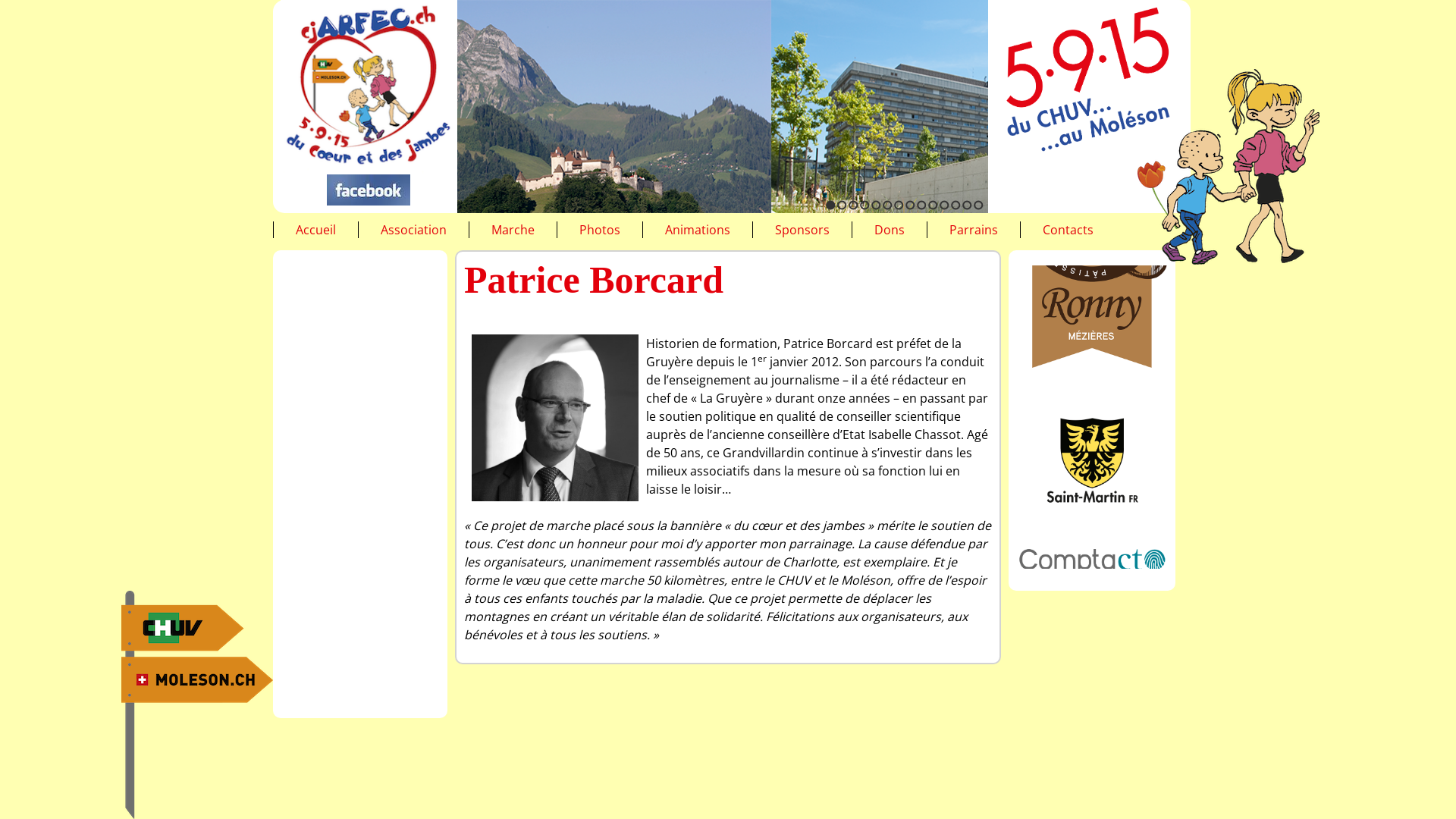 The height and width of the screenshot is (819, 1456). Describe the element at coordinates (295, 230) in the screenshot. I see `'Accueil'` at that location.